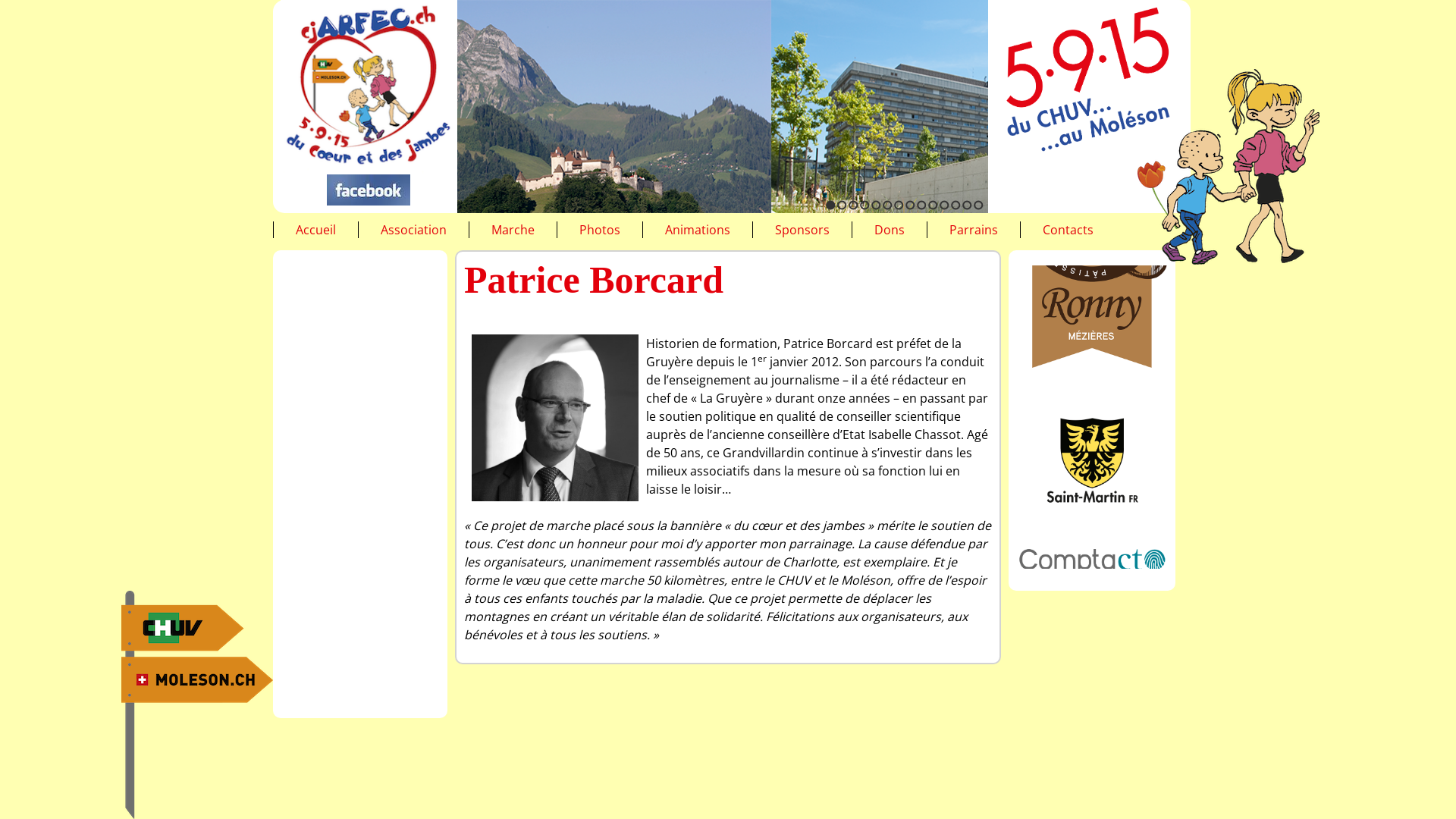 The height and width of the screenshot is (819, 1456). Describe the element at coordinates (295, 230) in the screenshot. I see `'Accueil'` at that location.